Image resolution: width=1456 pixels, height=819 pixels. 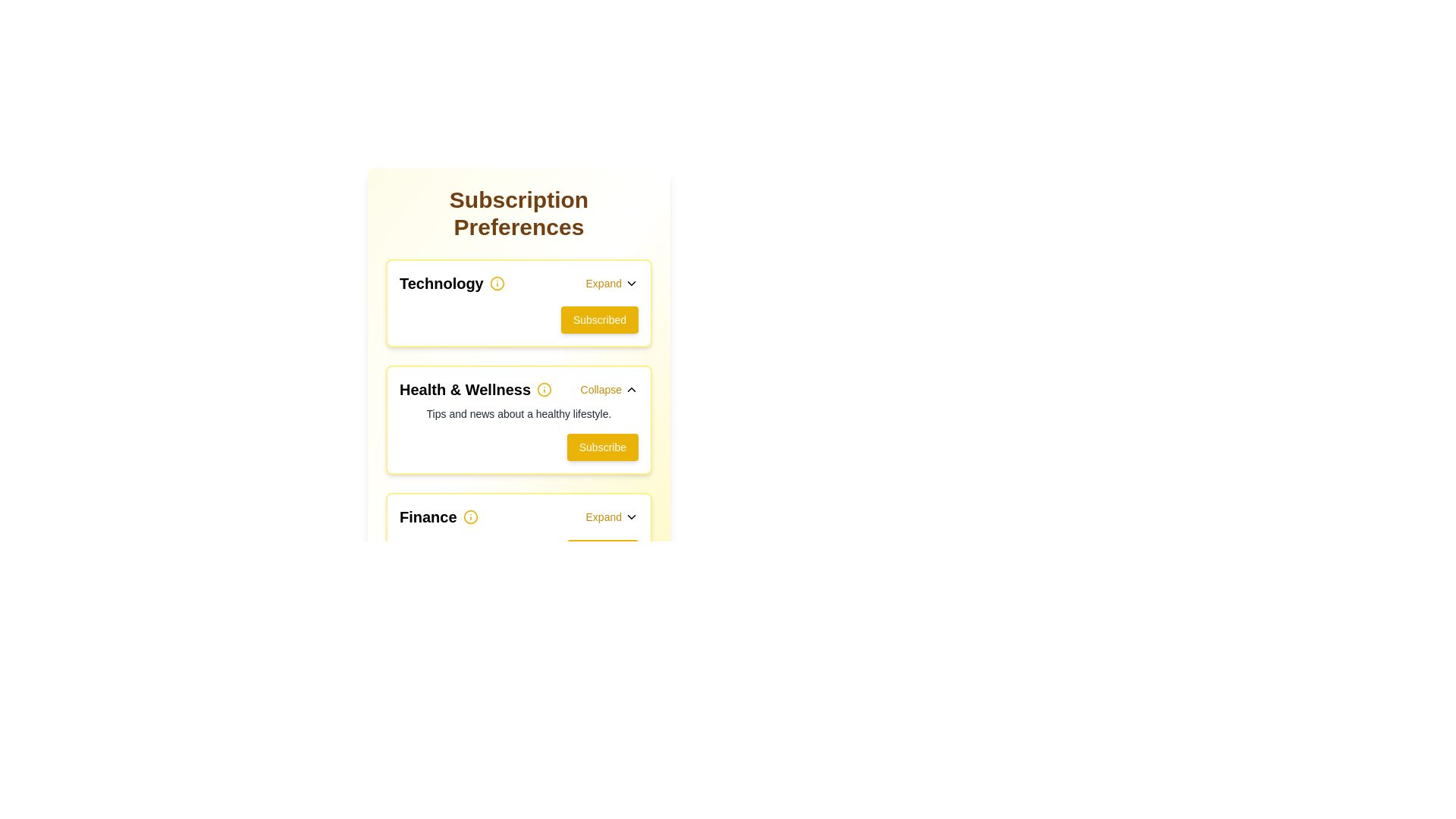 I want to click on text label that says 'Tips and news about a healthy lifestyle.' located in the second box labeled 'Health & Wellness', positioned below 'Health & Wellness Collapse' and above the 'Subscribe' button, so click(x=519, y=414).